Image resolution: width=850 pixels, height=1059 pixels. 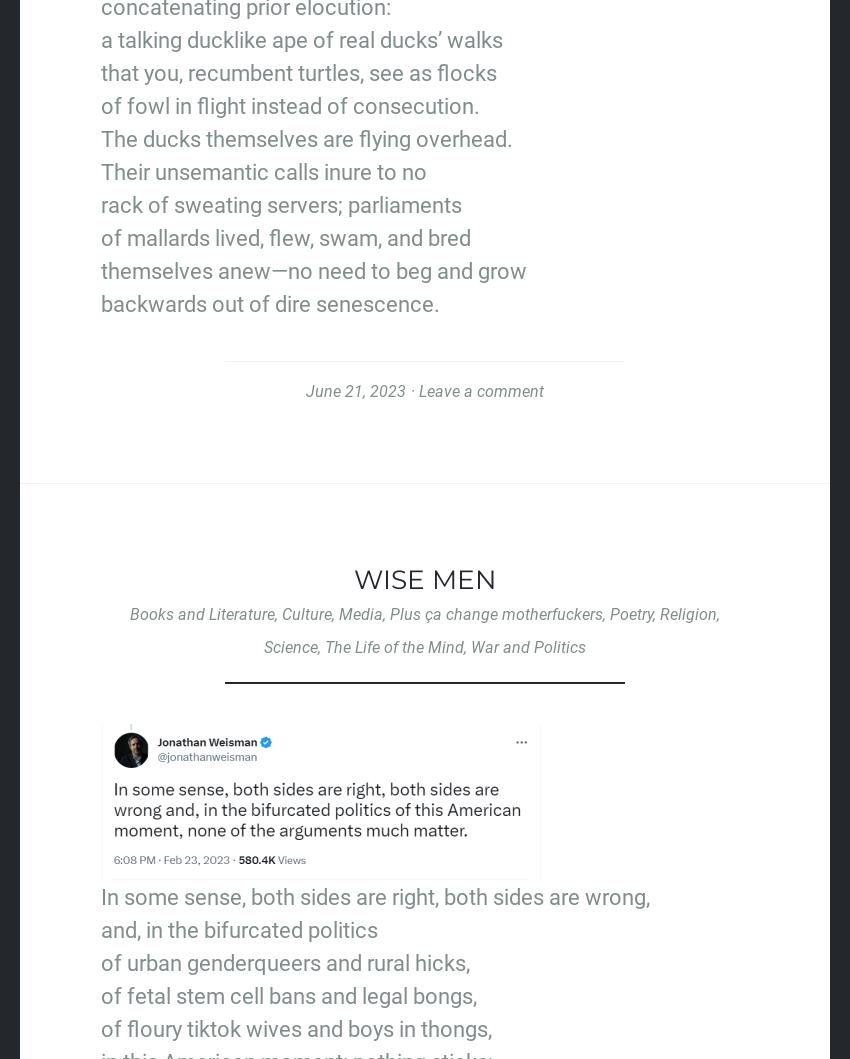 What do you see at coordinates (299, 73) in the screenshot?
I see `'that you, recumbent turtles, see as flocks'` at bounding box center [299, 73].